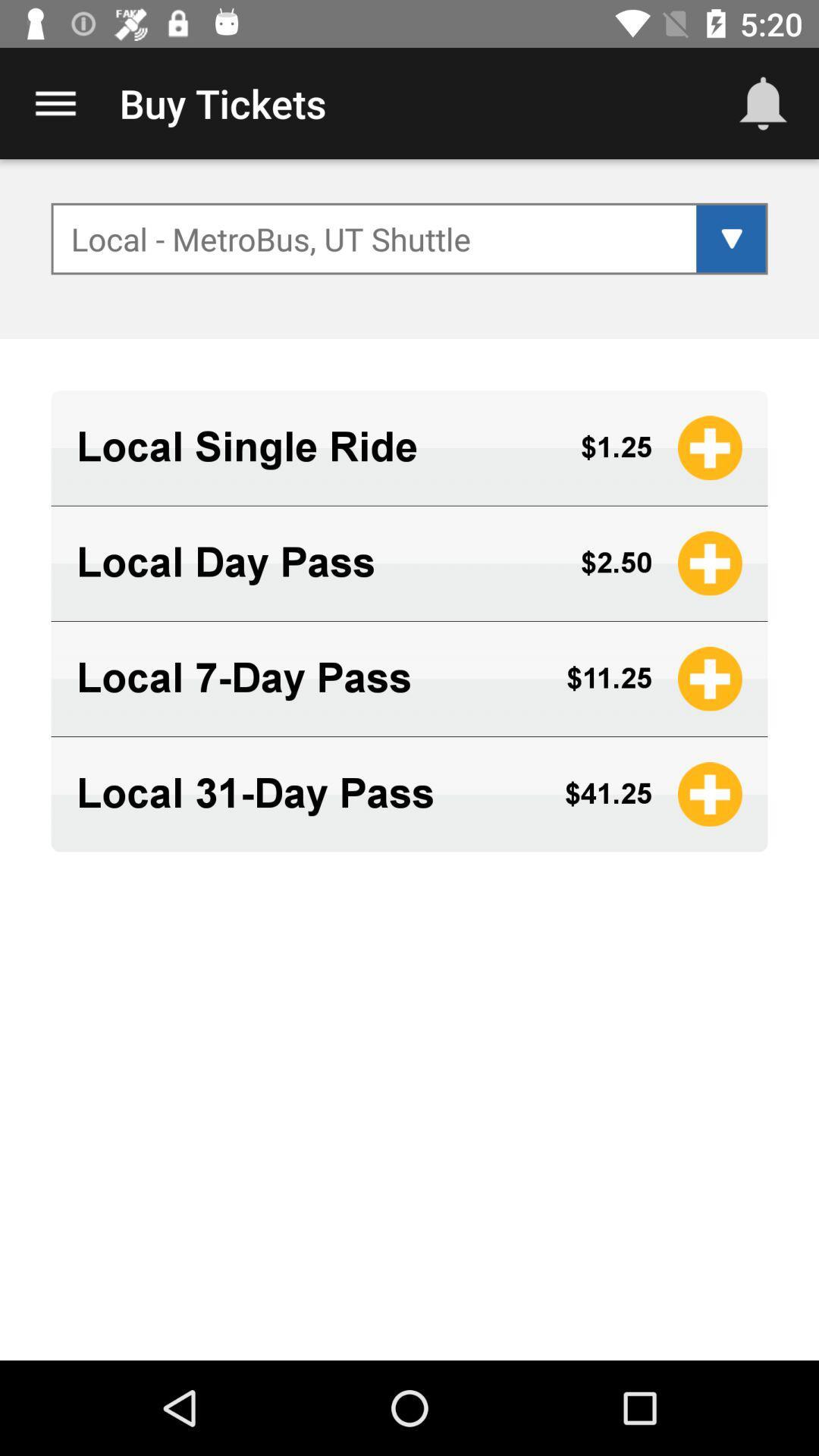 The width and height of the screenshot is (819, 1456). What do you see at coordinates (763, 102) in the screenshot?
I see `icon above the local metrobus ut item` at bounding box center [763, 102].